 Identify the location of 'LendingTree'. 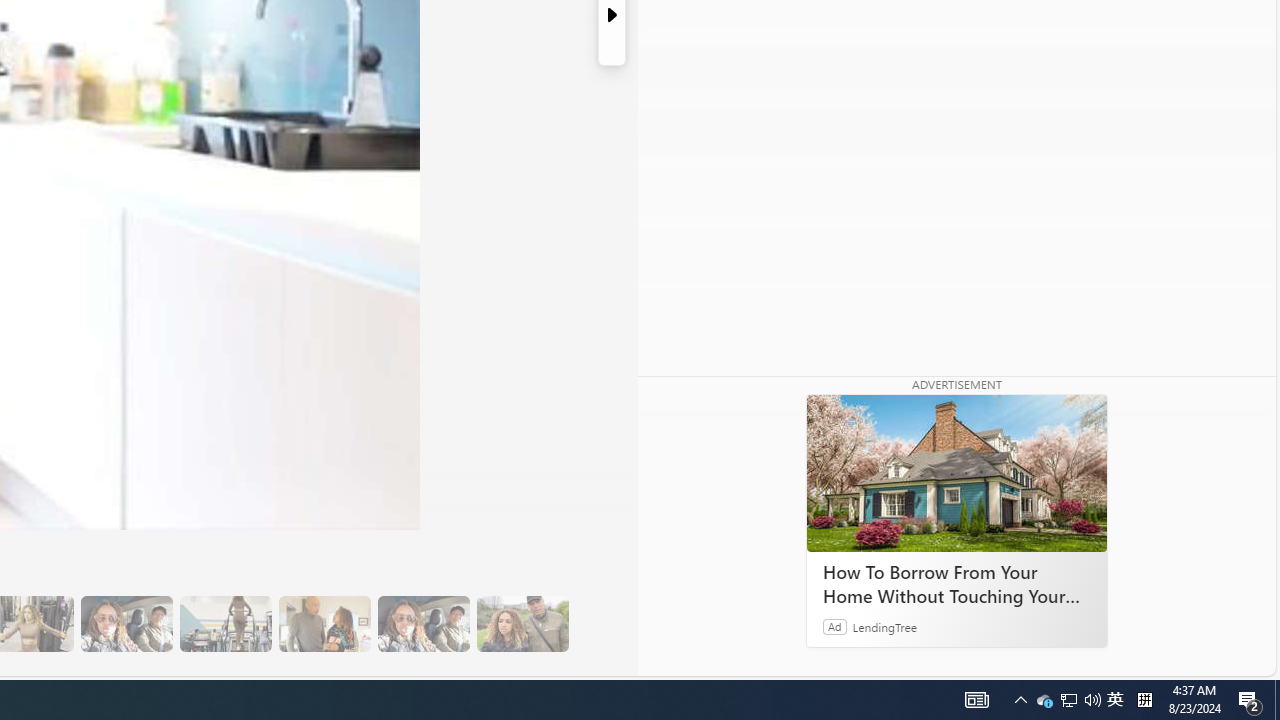
(884, 625).